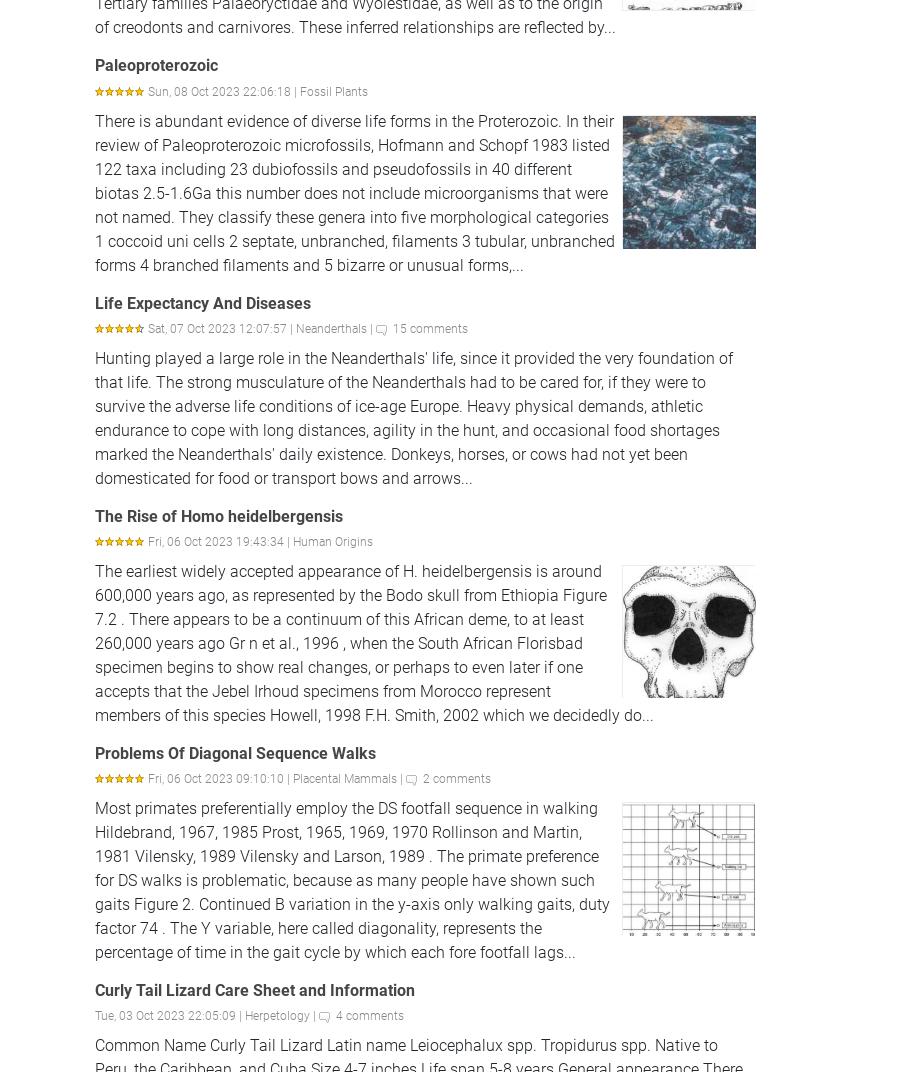 The height and width of the screenshot is (1072, 904). Describe the element at coordinates (343, 779) in the screenshot. I see `'Placental Mammals'` at that location.